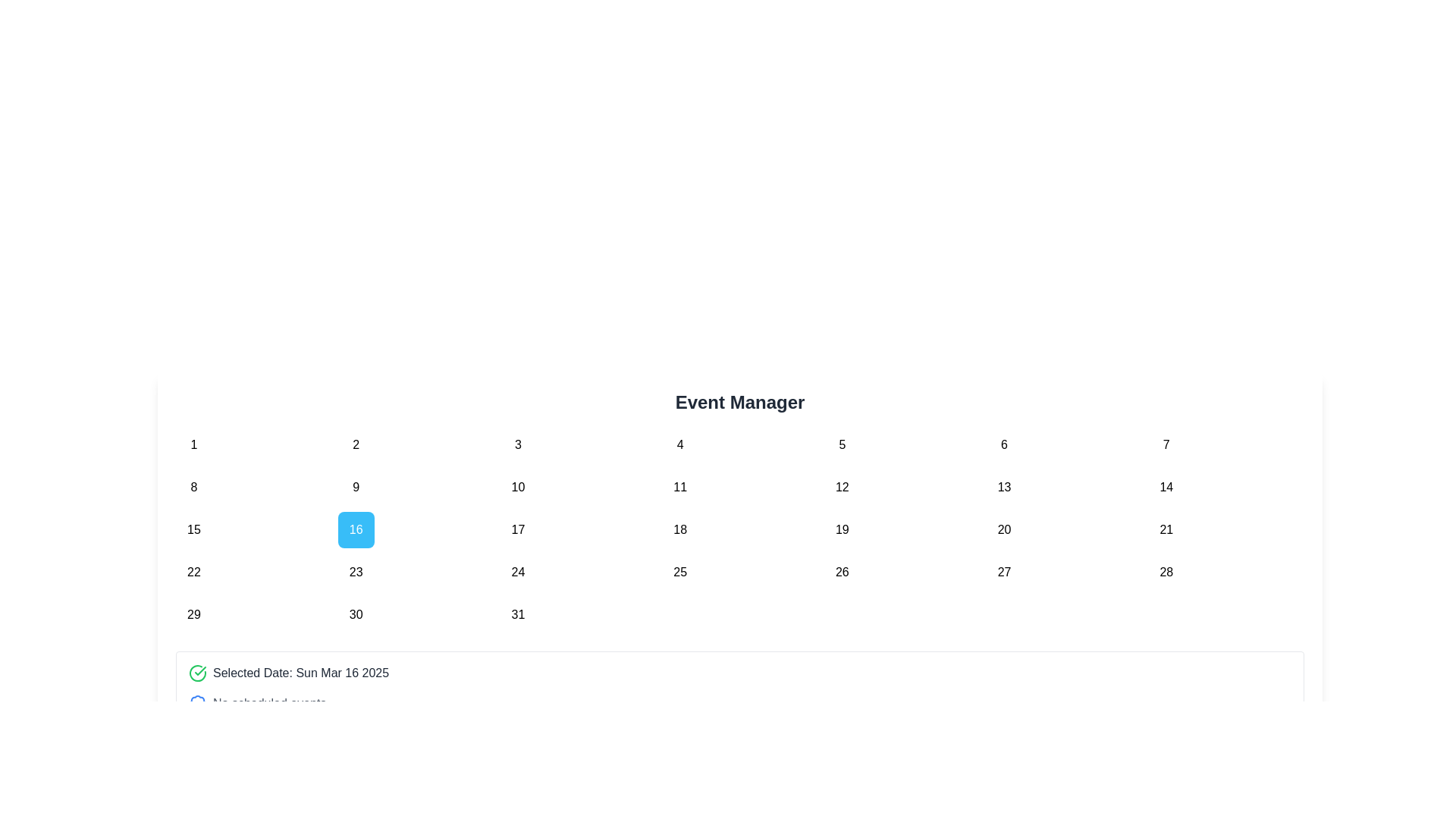 Image resolution: width=1456 pixels, height=819 pixels. Describe the element at coordinates (518, 488) in the screenshot. I see `the button in the calendar interface located in the second row and third column` at that location.